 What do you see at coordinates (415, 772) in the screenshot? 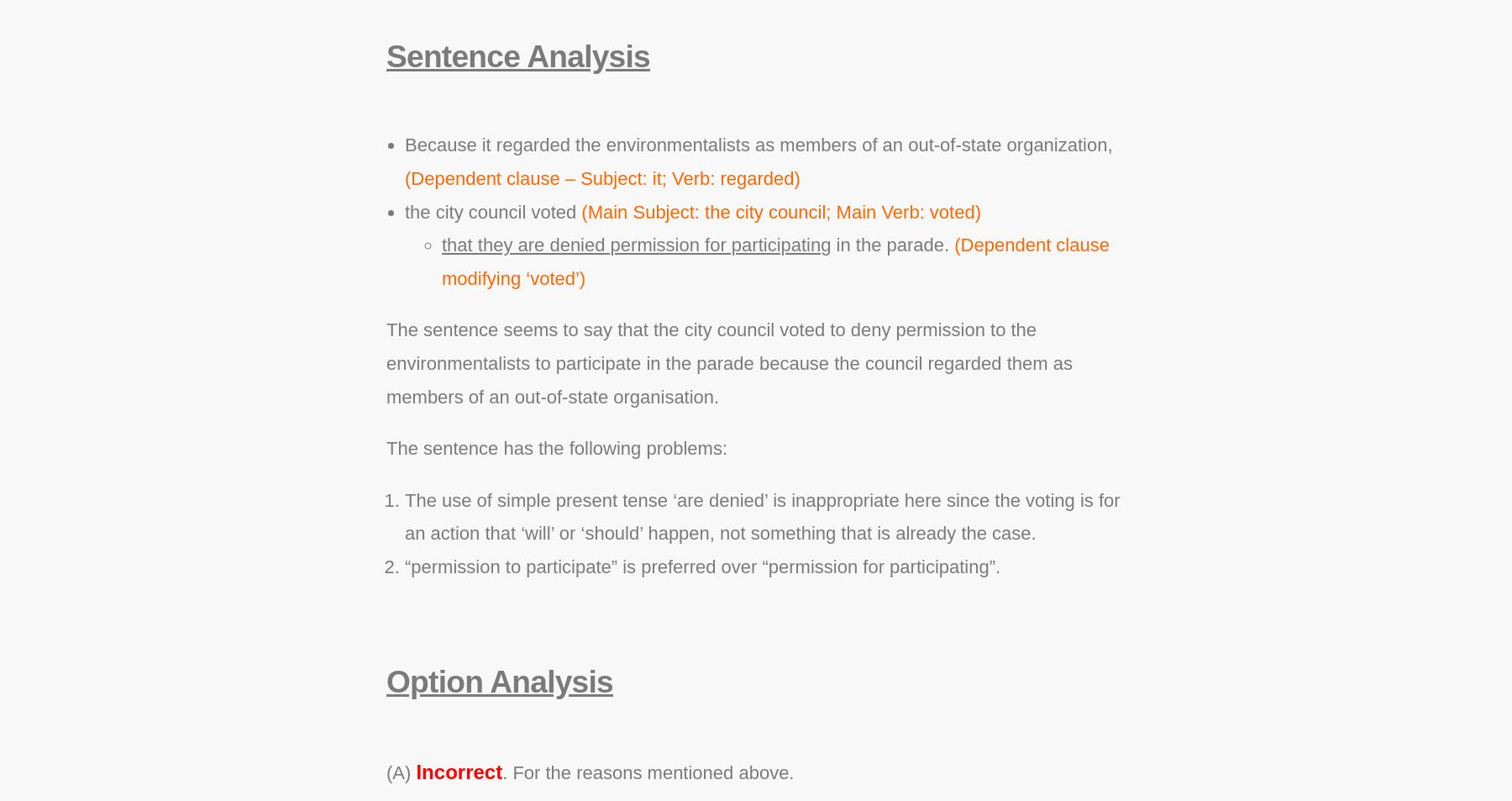
I see `'Incorrect'` at bounding box center [415, 772].